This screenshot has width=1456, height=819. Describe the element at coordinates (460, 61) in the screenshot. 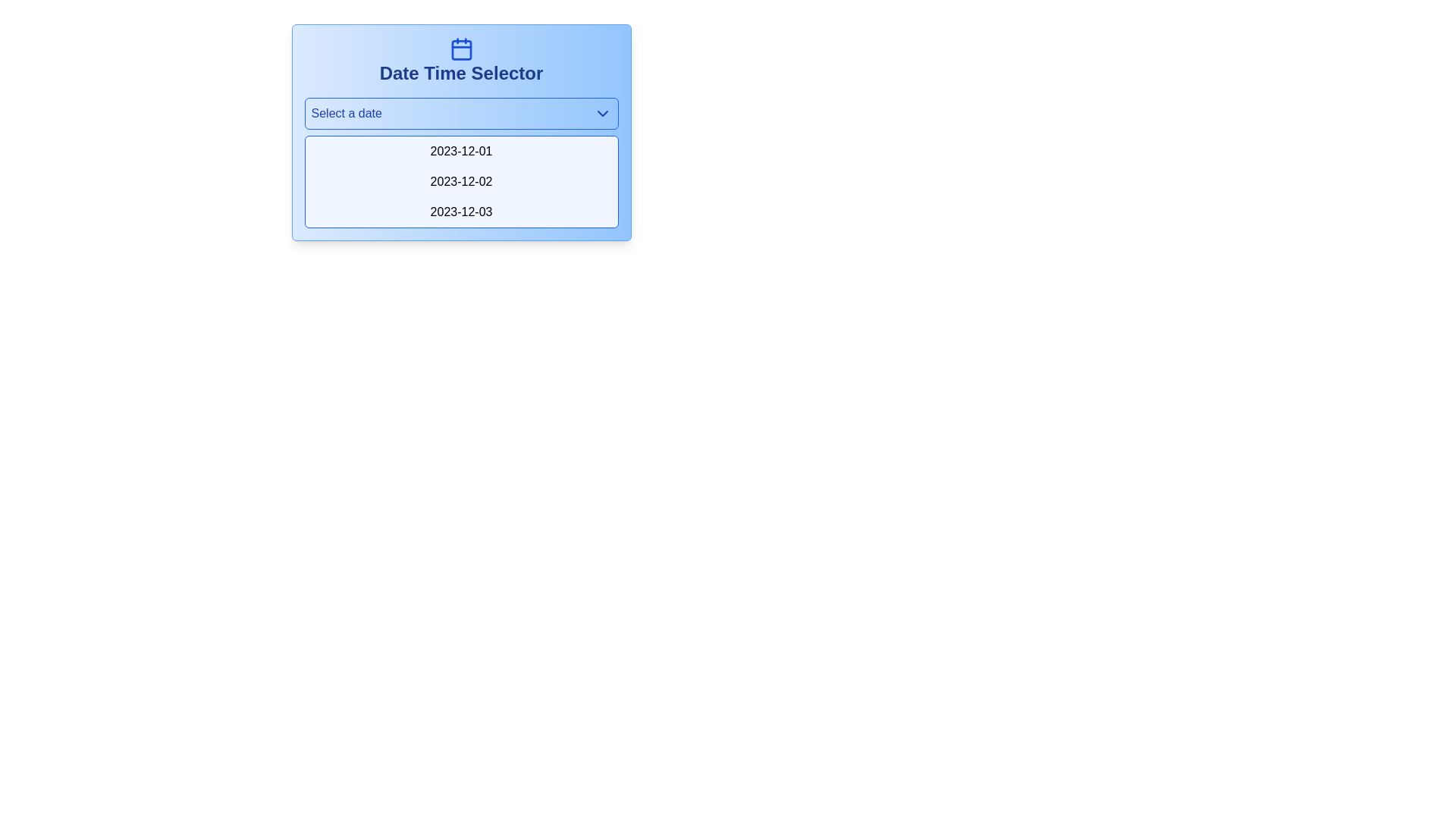

I see `header section located at the top of the date and time selector, which indicates its purpose as a date and time selector` at that location.